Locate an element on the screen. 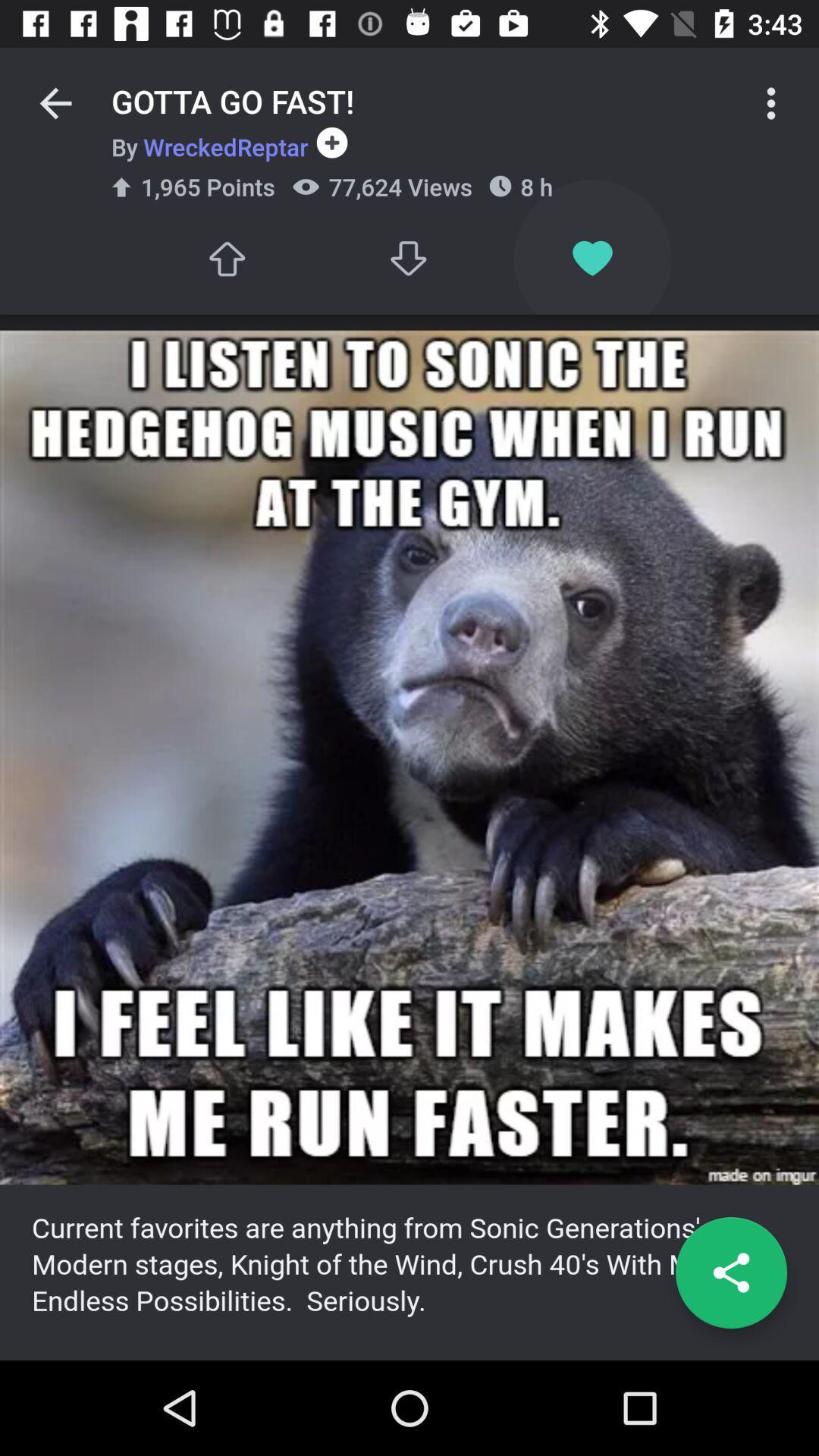  the favorite icon is located at coordinates (591, 259).